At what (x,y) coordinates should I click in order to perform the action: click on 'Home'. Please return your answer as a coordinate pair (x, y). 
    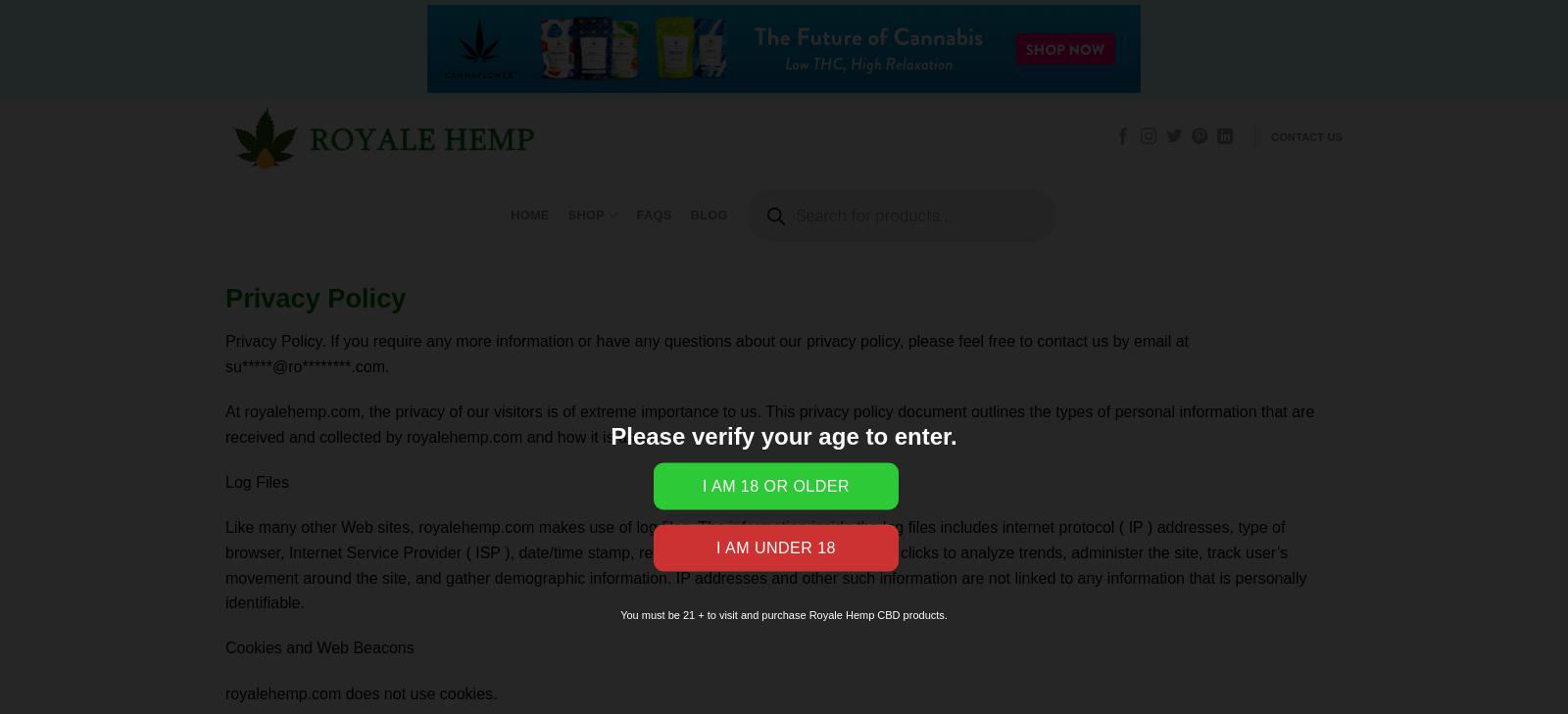
    Looking at the image, I should click on (528, 214).